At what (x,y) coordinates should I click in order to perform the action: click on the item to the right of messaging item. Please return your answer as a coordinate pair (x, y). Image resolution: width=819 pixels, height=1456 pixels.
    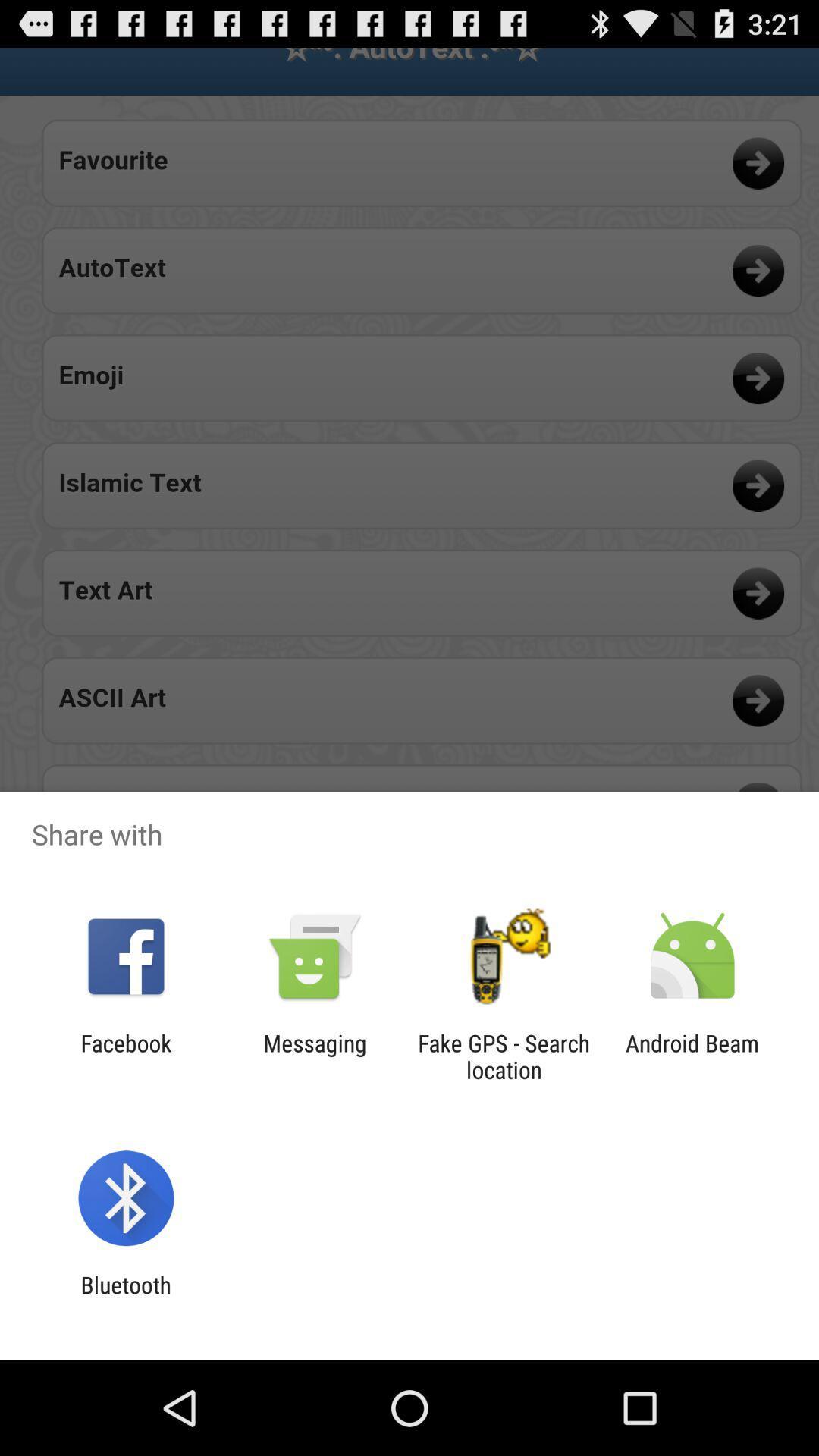
    Looking at the image, I should click on (504, 1056).